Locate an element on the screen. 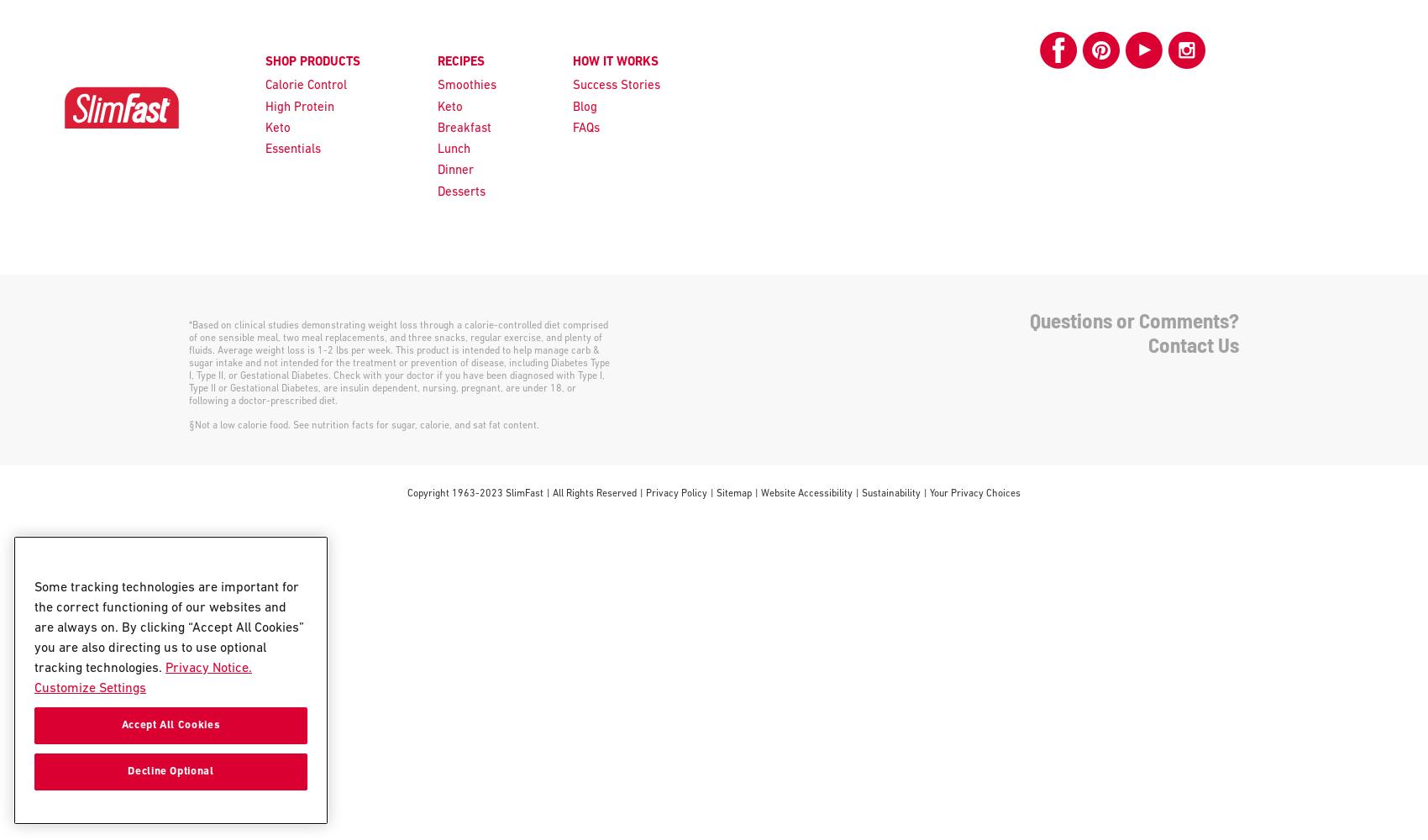 The height and width of the screenshot is (840, 1428). 'Shop Products' is located at coordinates (265, 61).